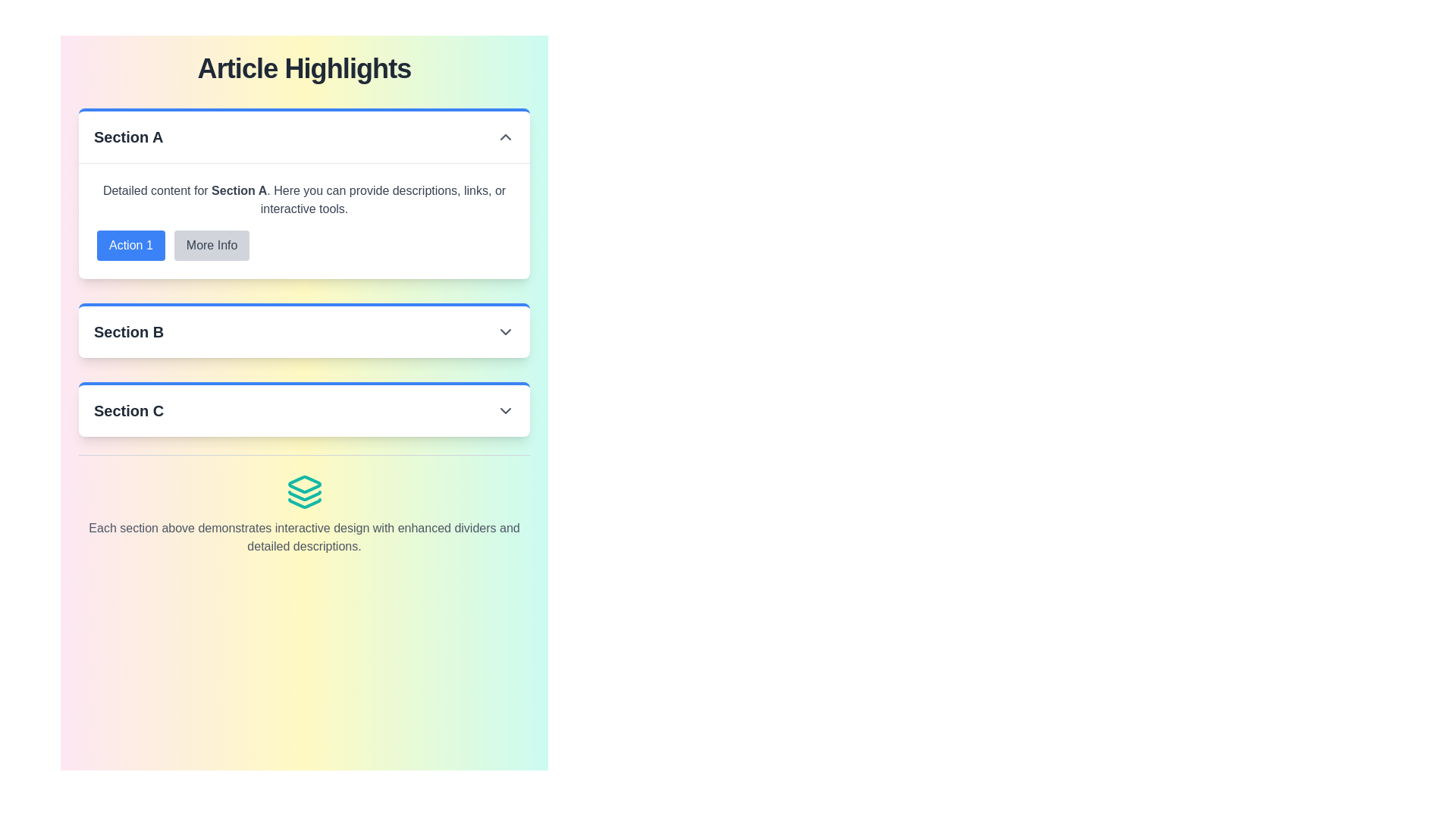 The width and height of the screenshot is (1456, 819). I want to click on the text label displaying 'Section A' which is prominently positioned within the content of the 'Section A' panel, so click(238, 190).